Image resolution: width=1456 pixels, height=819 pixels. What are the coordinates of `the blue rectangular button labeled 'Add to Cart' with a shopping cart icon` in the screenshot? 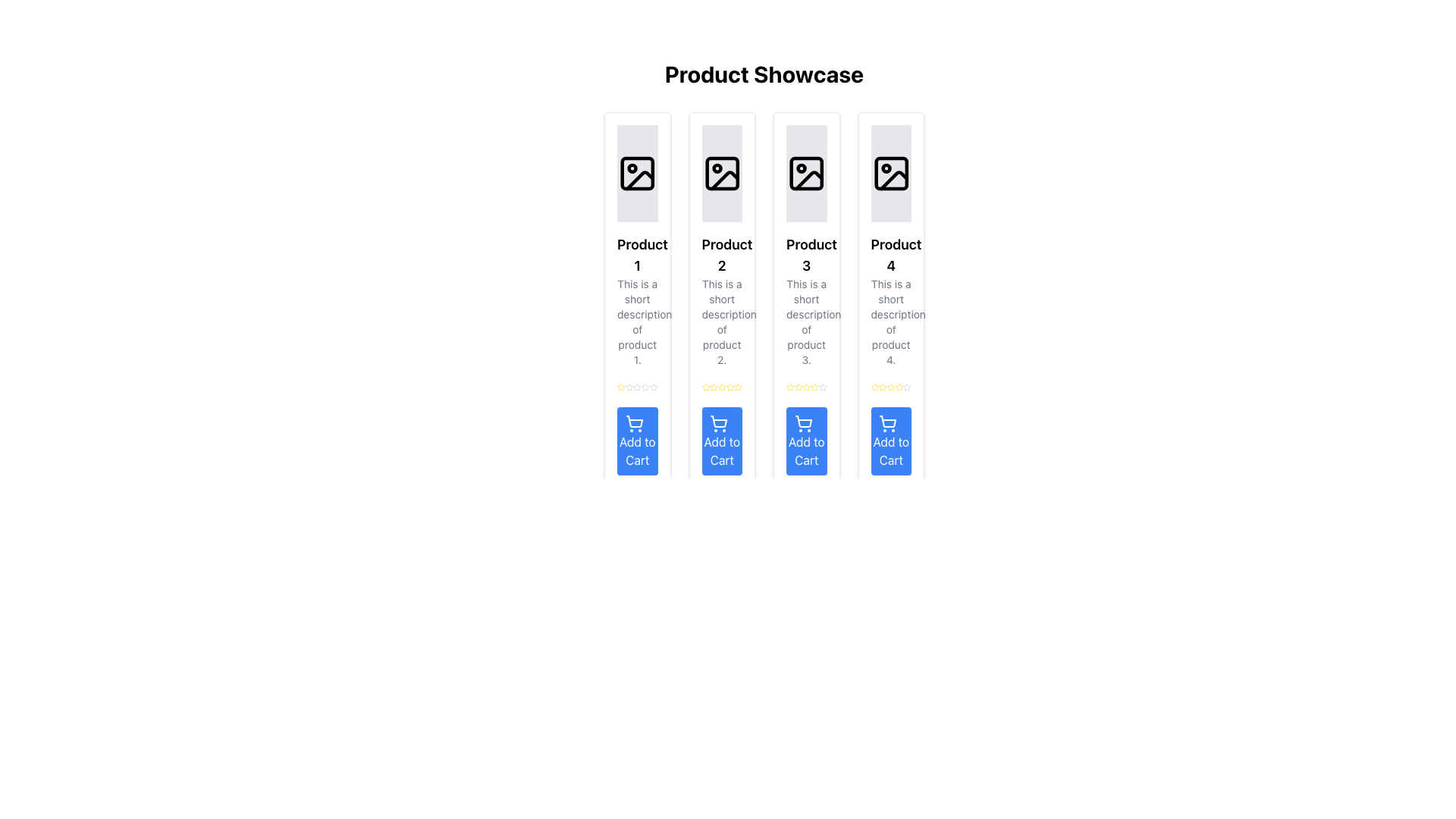 It's located at (721, 441).